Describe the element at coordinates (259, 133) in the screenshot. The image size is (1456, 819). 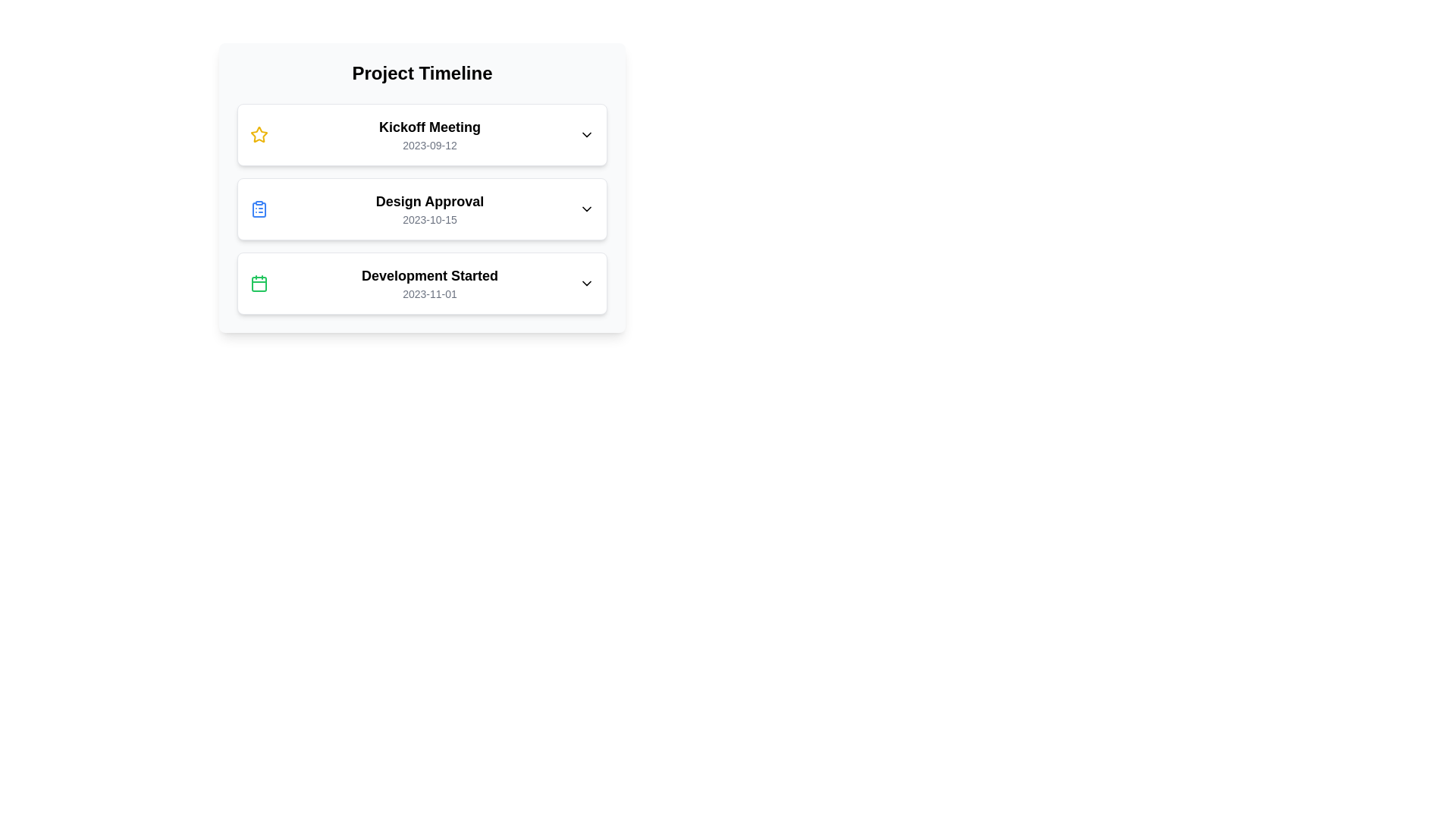
I see `the icon located beside the bold text 'Kickoff Meeting' in the leftmost part of the first item under the 'Project Timeline' header` at that location.